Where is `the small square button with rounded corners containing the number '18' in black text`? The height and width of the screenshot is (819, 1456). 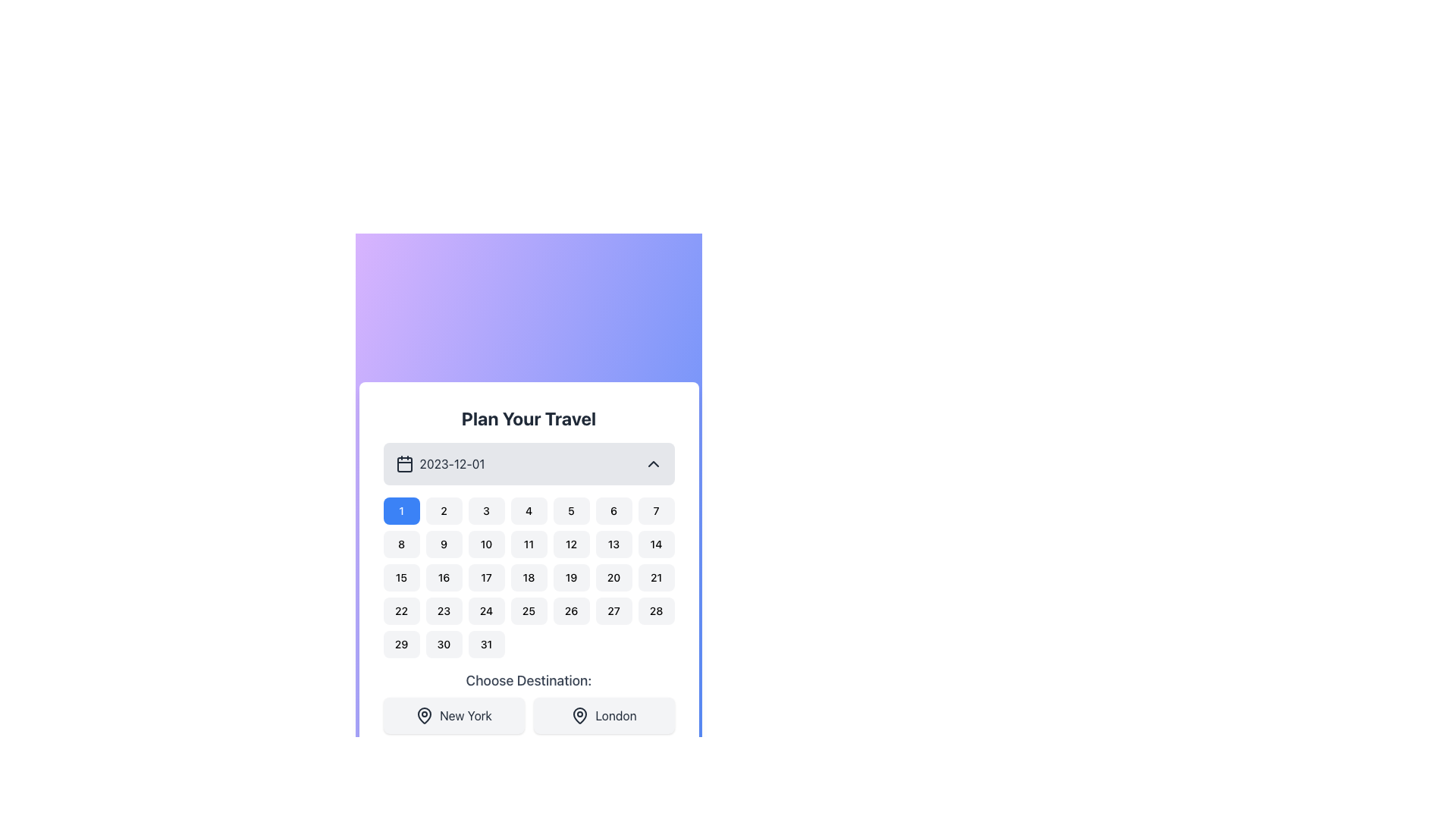
the small square button with rounded corners containing the number '18' in black text is located at coordinates (529, 578).